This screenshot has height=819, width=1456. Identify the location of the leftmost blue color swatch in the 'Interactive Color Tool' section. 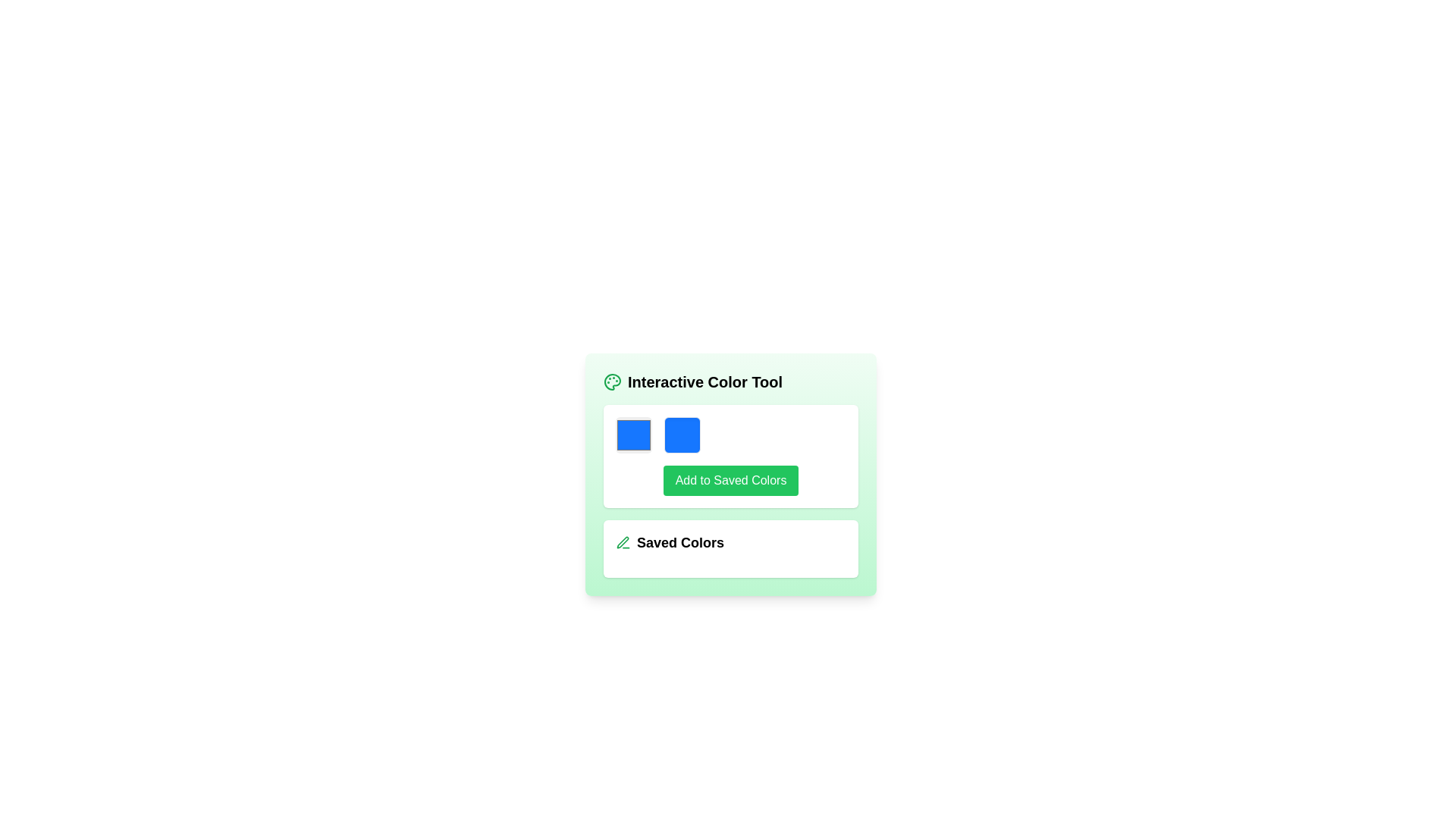
(633, 435).